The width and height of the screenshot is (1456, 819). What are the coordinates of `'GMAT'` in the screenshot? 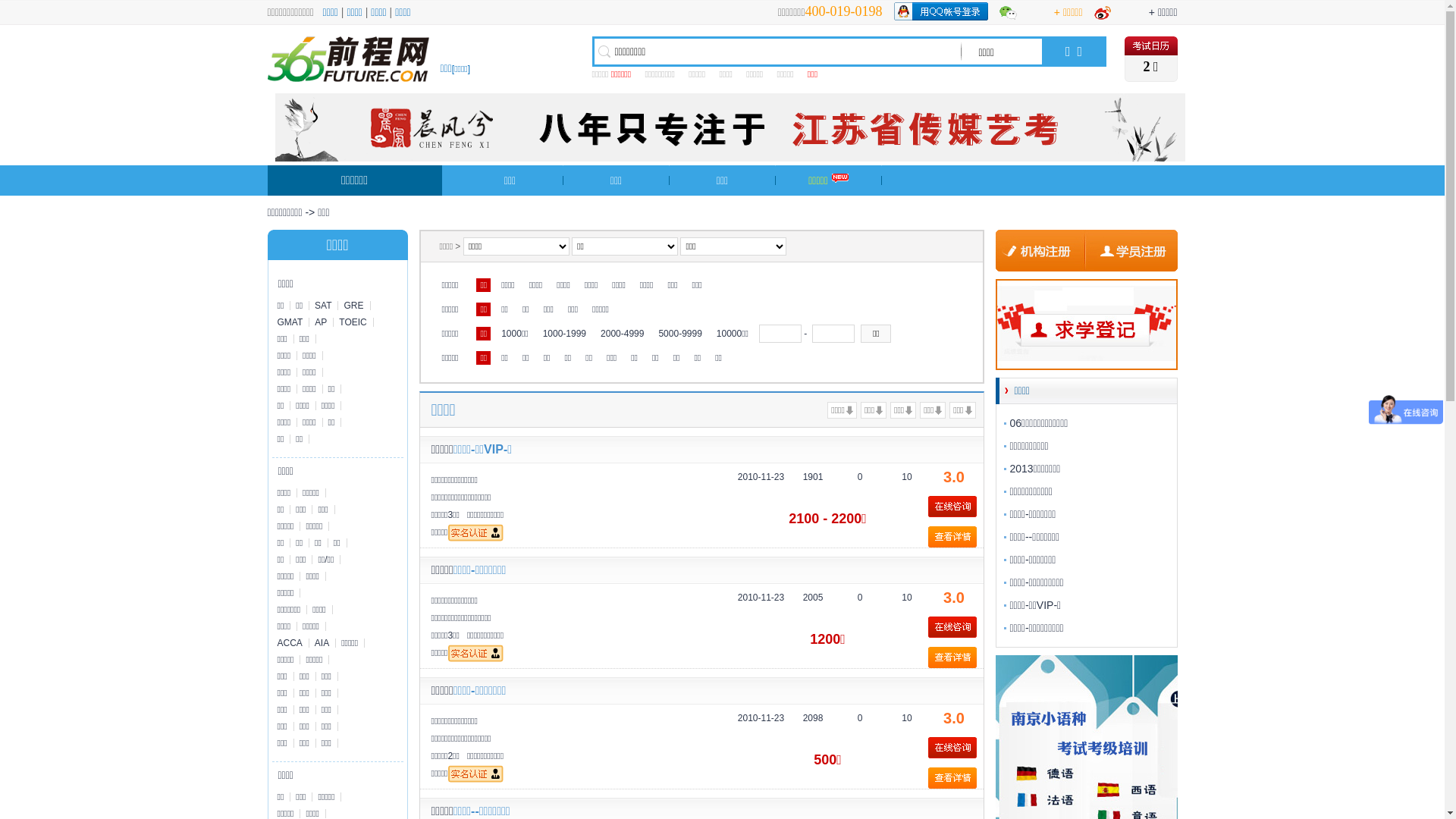 It's located at (290, 321).